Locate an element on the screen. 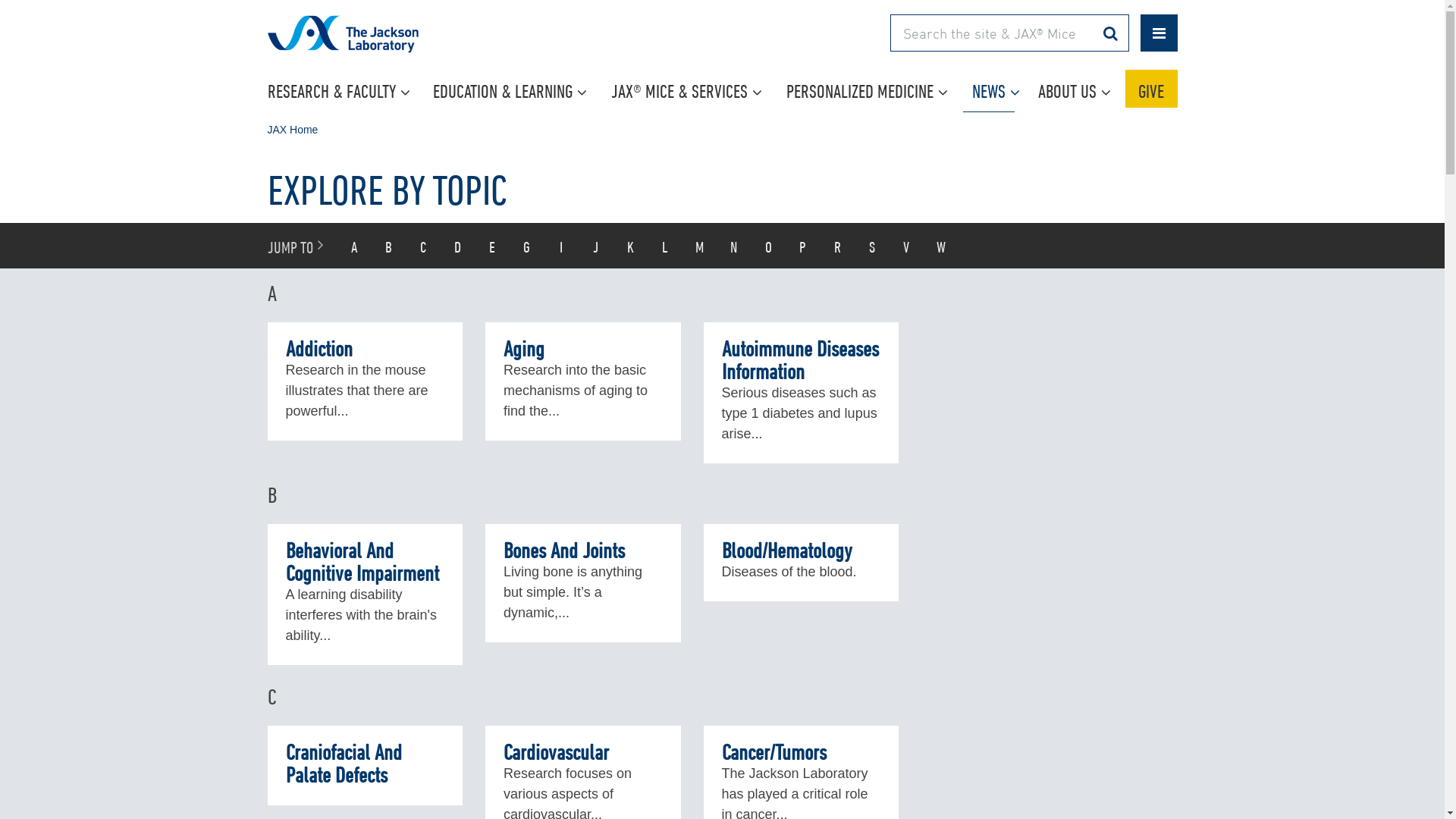 This screenshot has height=819, width=1456. 'JUMP TO' is located at coordinates (256, 245).